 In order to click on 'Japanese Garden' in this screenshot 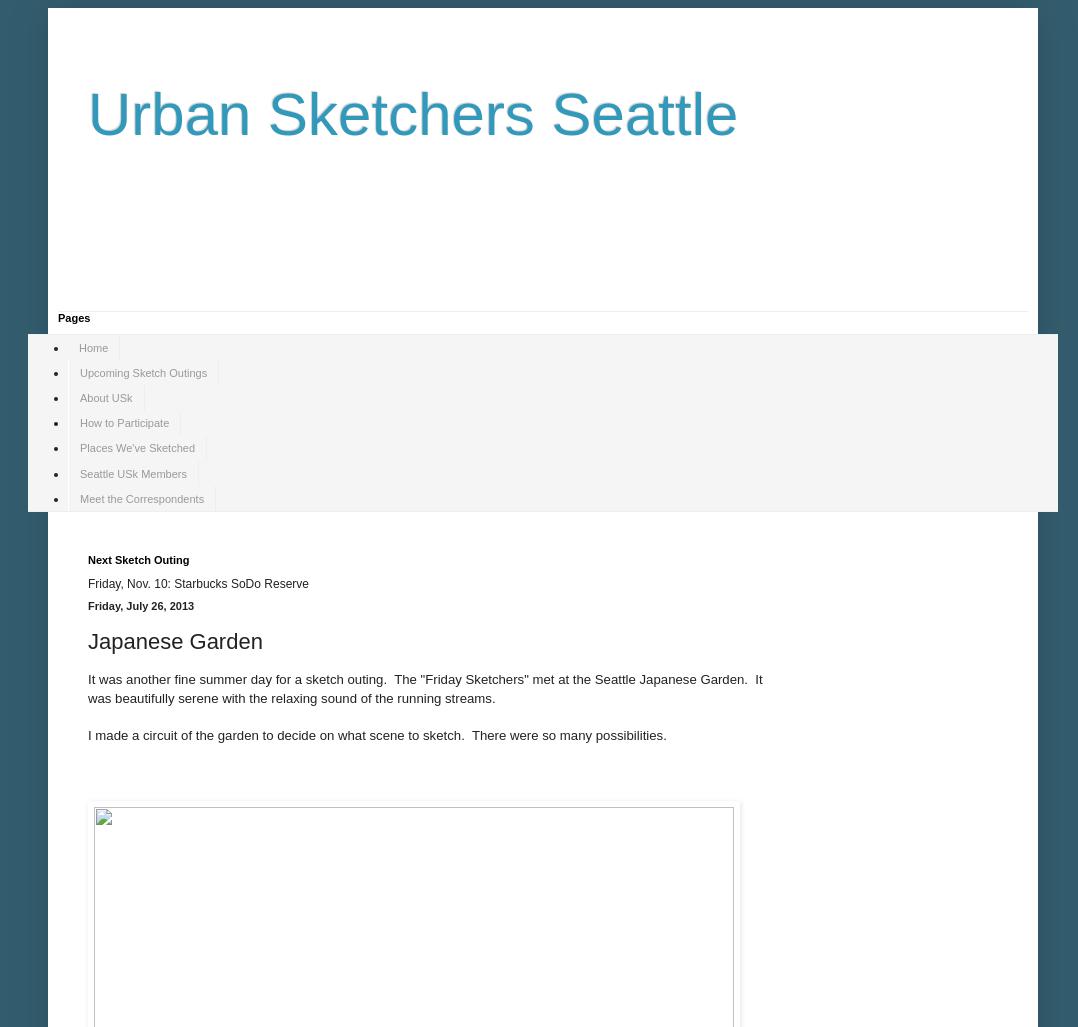, I will do `click(173, 639)`.